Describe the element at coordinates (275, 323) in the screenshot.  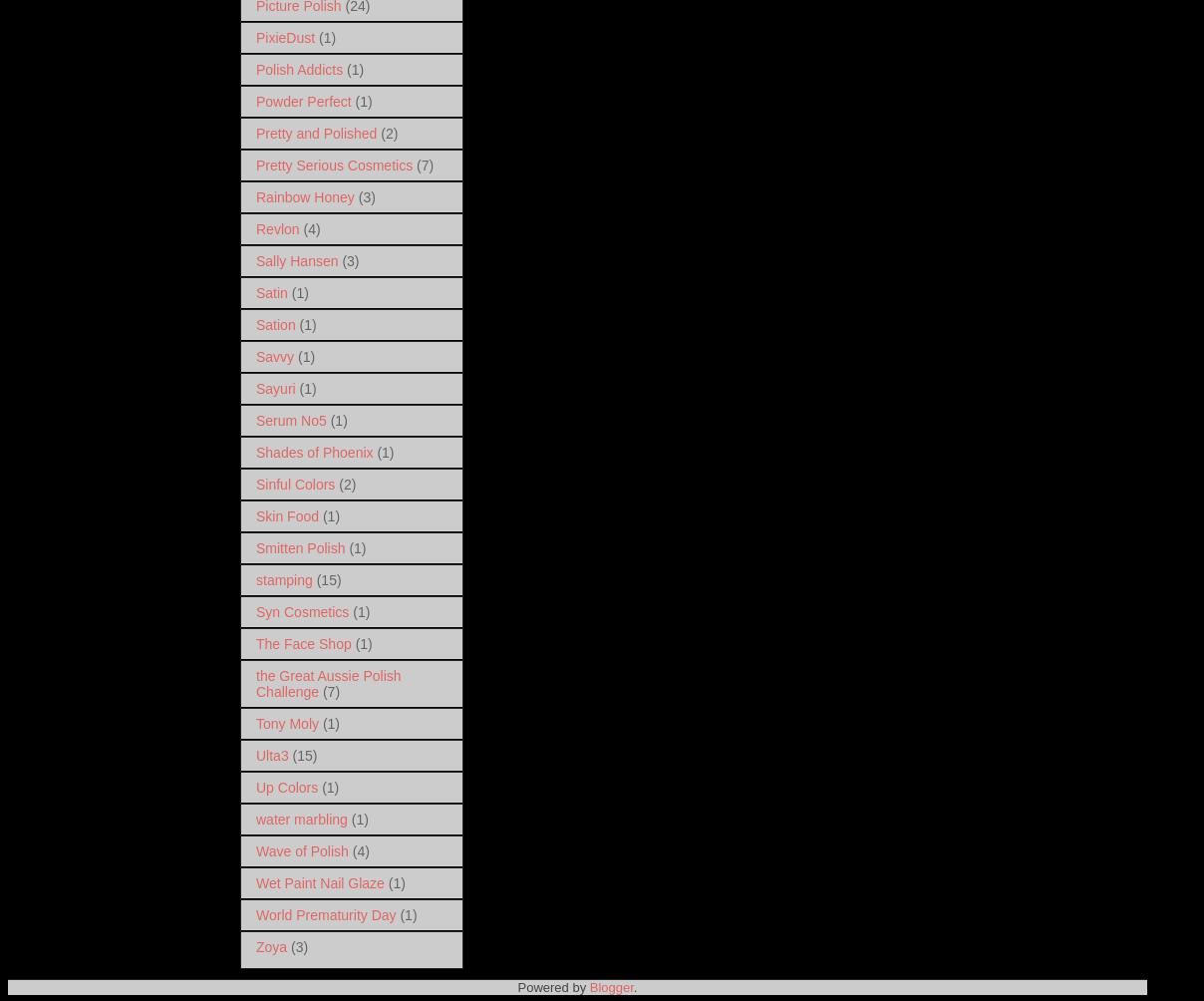
I see `'Sation'` at that location.